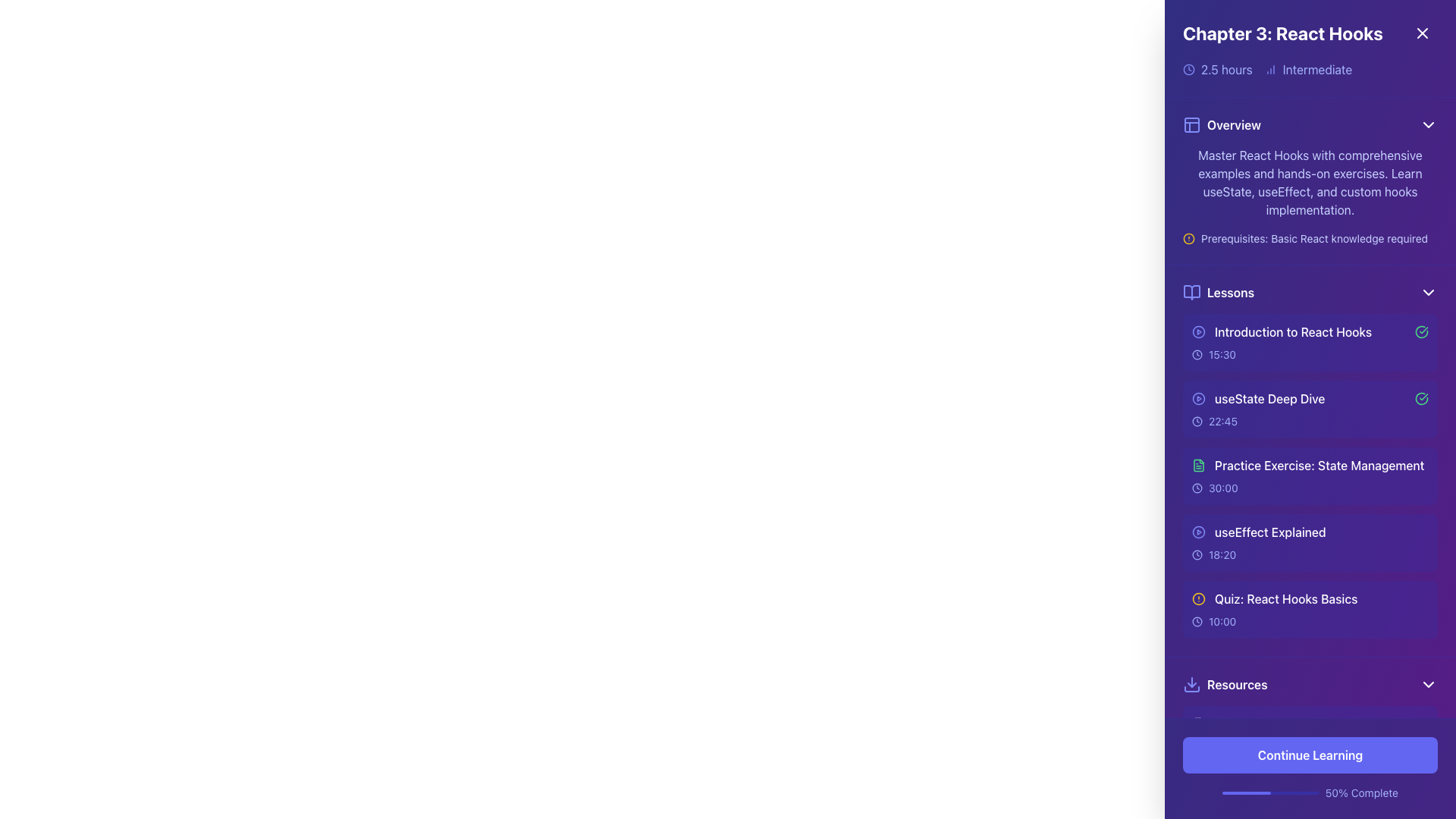 The height and width of the screenshot is (819, 1456). I want to click on text component labeled 'Prerequisites: Basic React knowledge required' which is located in the 'Overview' section of the sidebar interface, positioned above the 'Lessons' section header, so click(1313, 239).